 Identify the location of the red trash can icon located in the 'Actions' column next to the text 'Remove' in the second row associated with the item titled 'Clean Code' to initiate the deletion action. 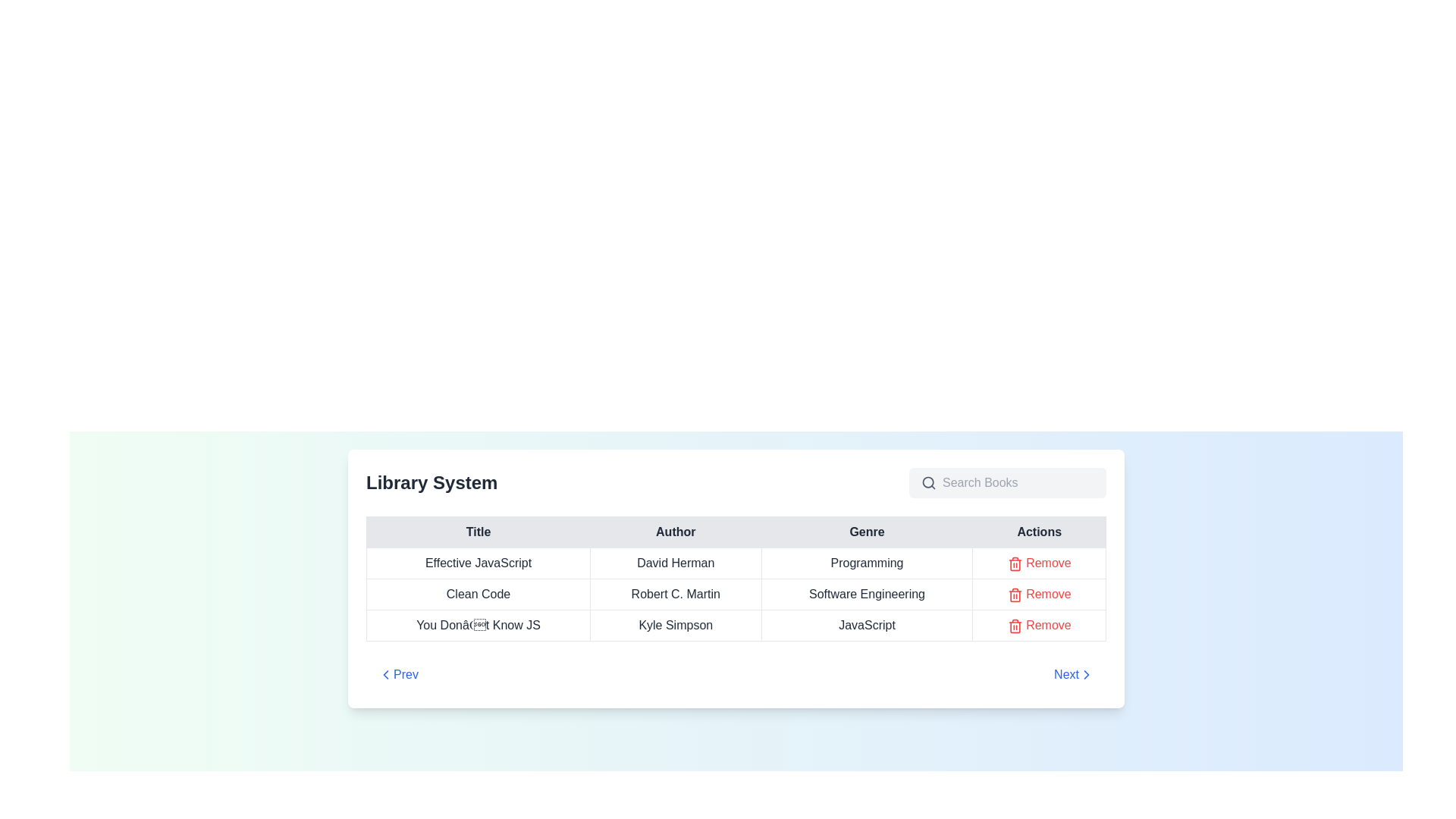
(1015, 594).